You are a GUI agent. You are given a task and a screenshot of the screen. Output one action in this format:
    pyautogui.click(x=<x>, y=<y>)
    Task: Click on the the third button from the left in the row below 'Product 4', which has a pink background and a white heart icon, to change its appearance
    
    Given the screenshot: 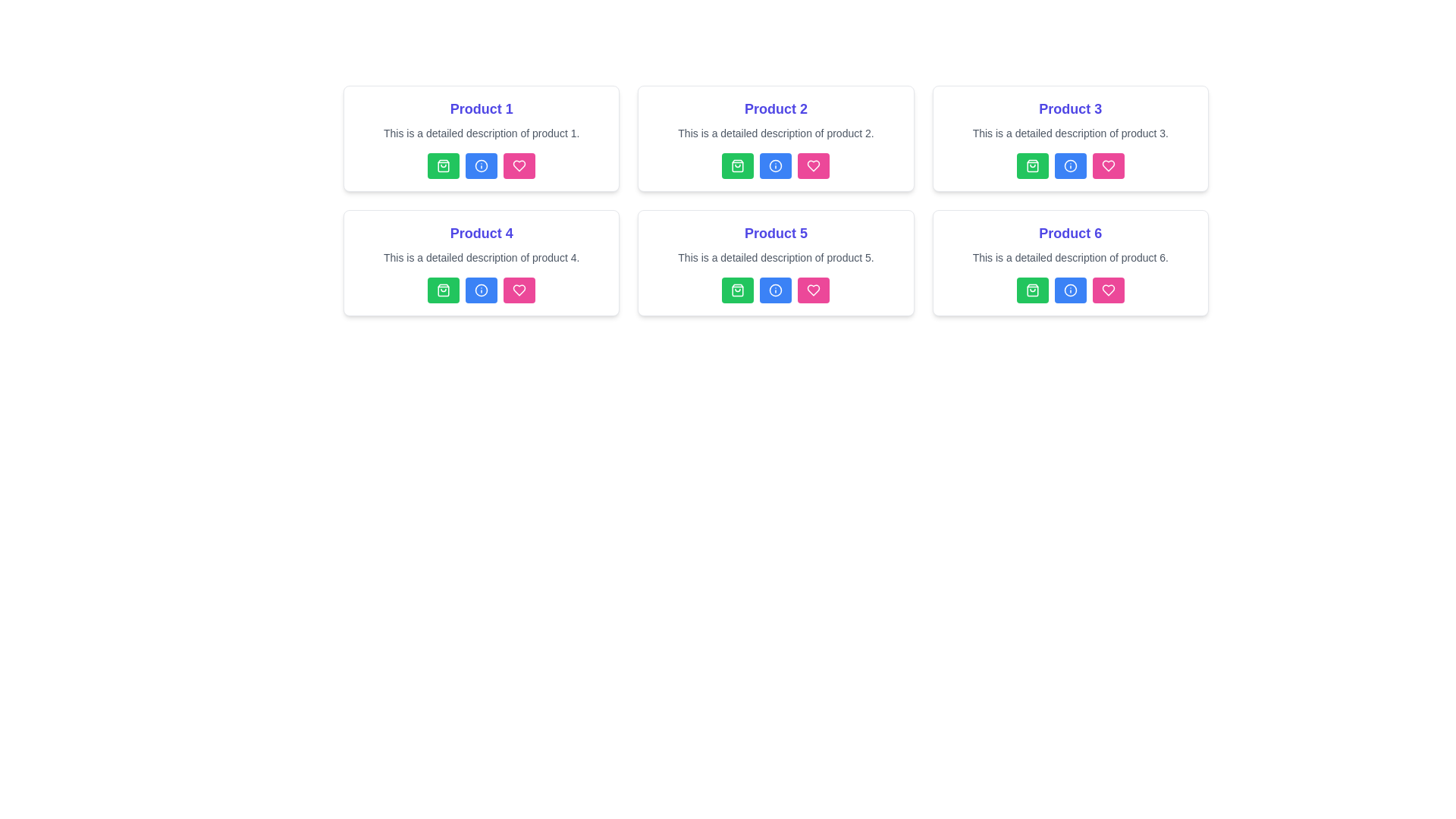 What is the action you would take?
    pyautogui.click(x=519, y=290)
    